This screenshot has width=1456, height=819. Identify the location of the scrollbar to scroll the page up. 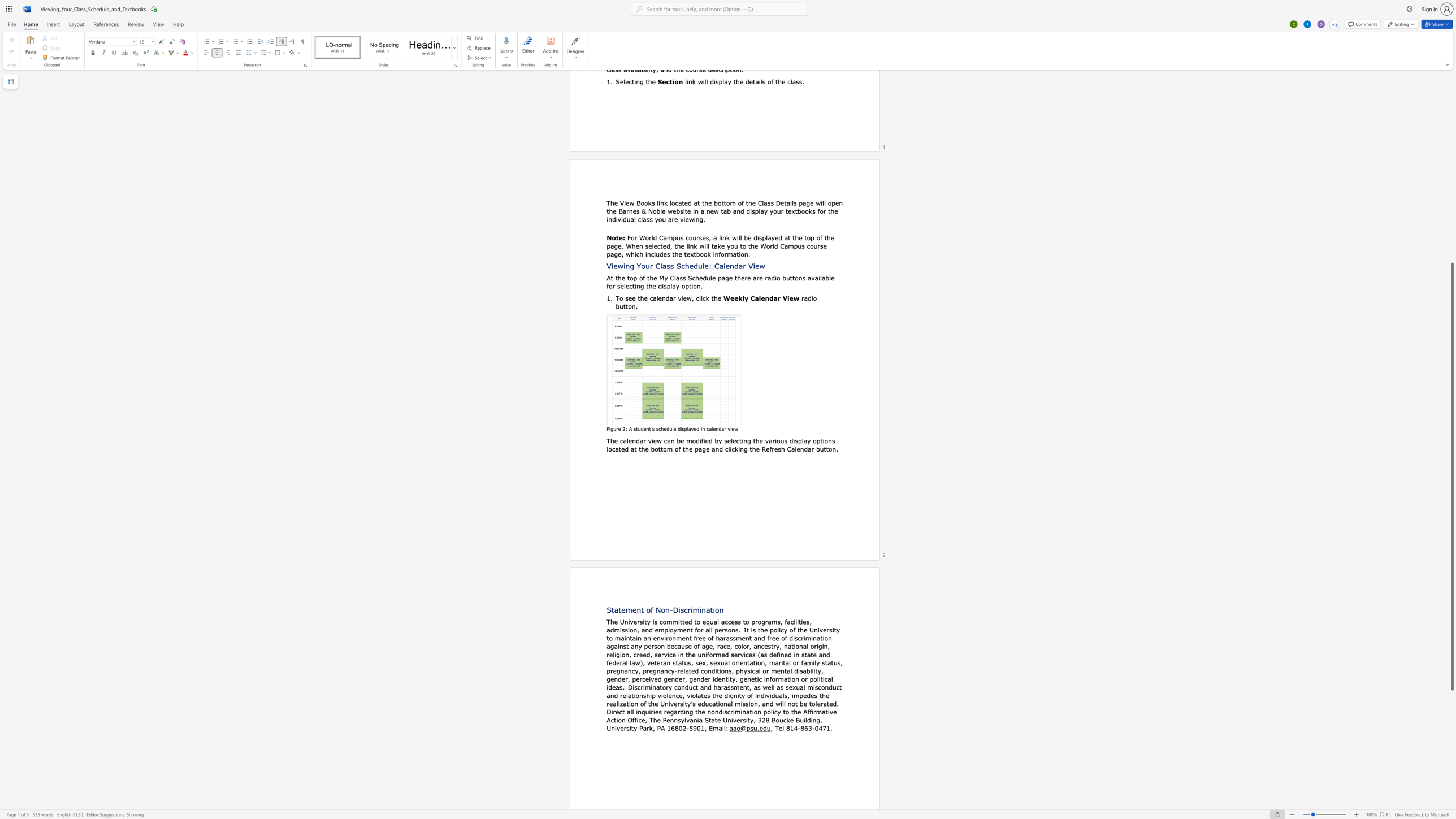
(1451, 230).